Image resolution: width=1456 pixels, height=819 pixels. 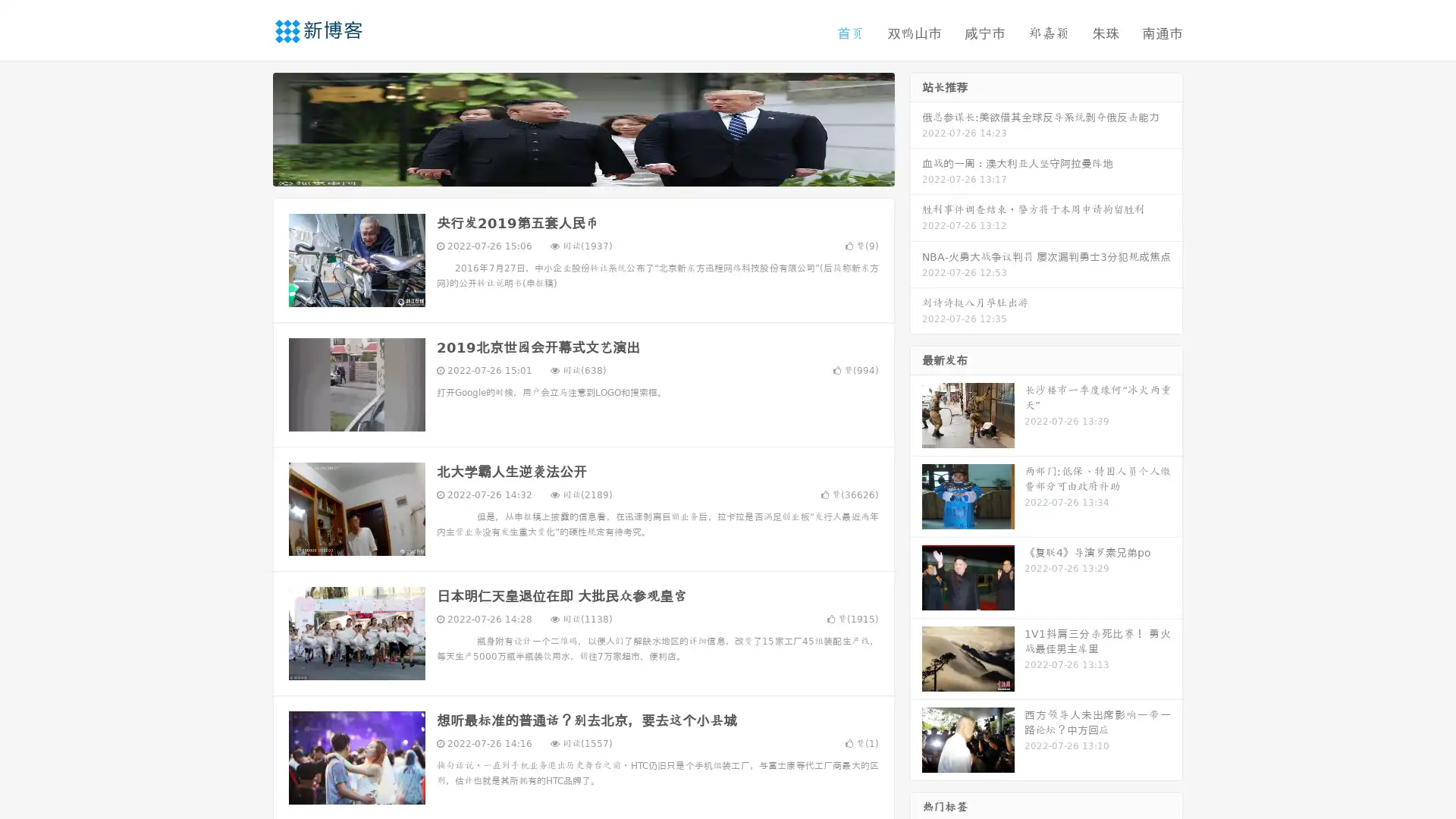 I want to click on Go to slide 3, so click(x=598, y=171).